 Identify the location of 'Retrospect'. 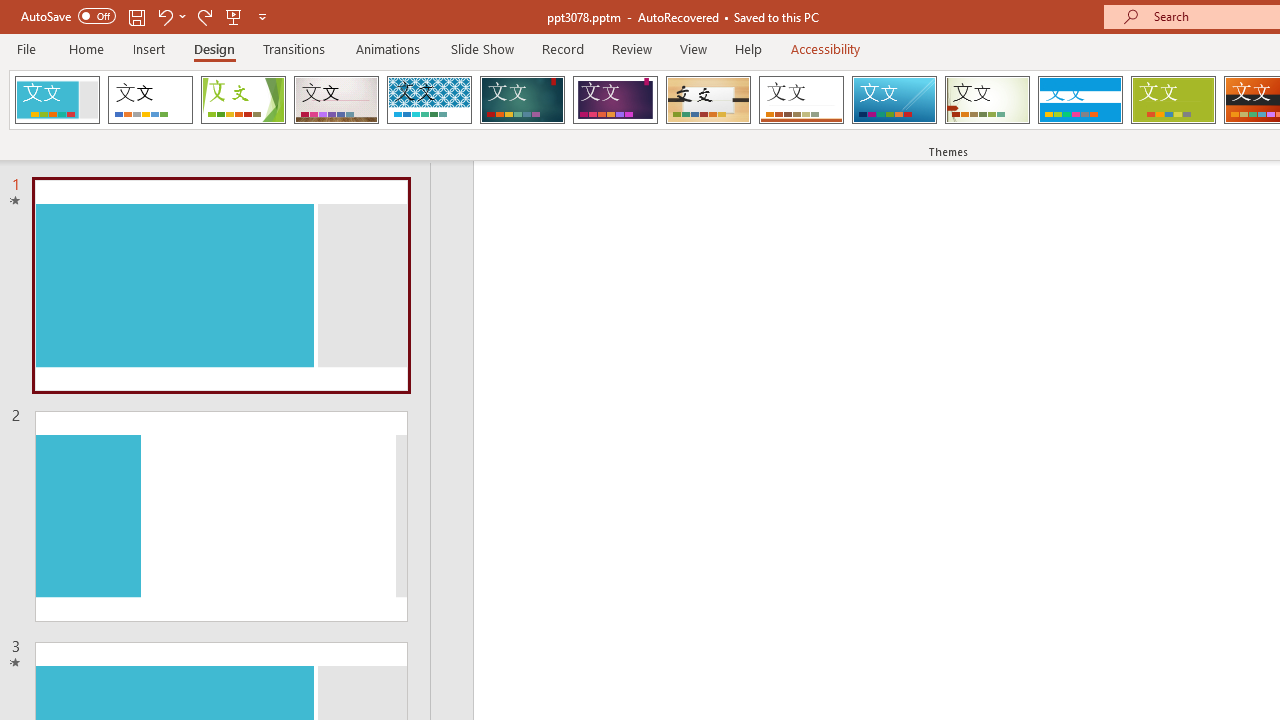
(801, 100).